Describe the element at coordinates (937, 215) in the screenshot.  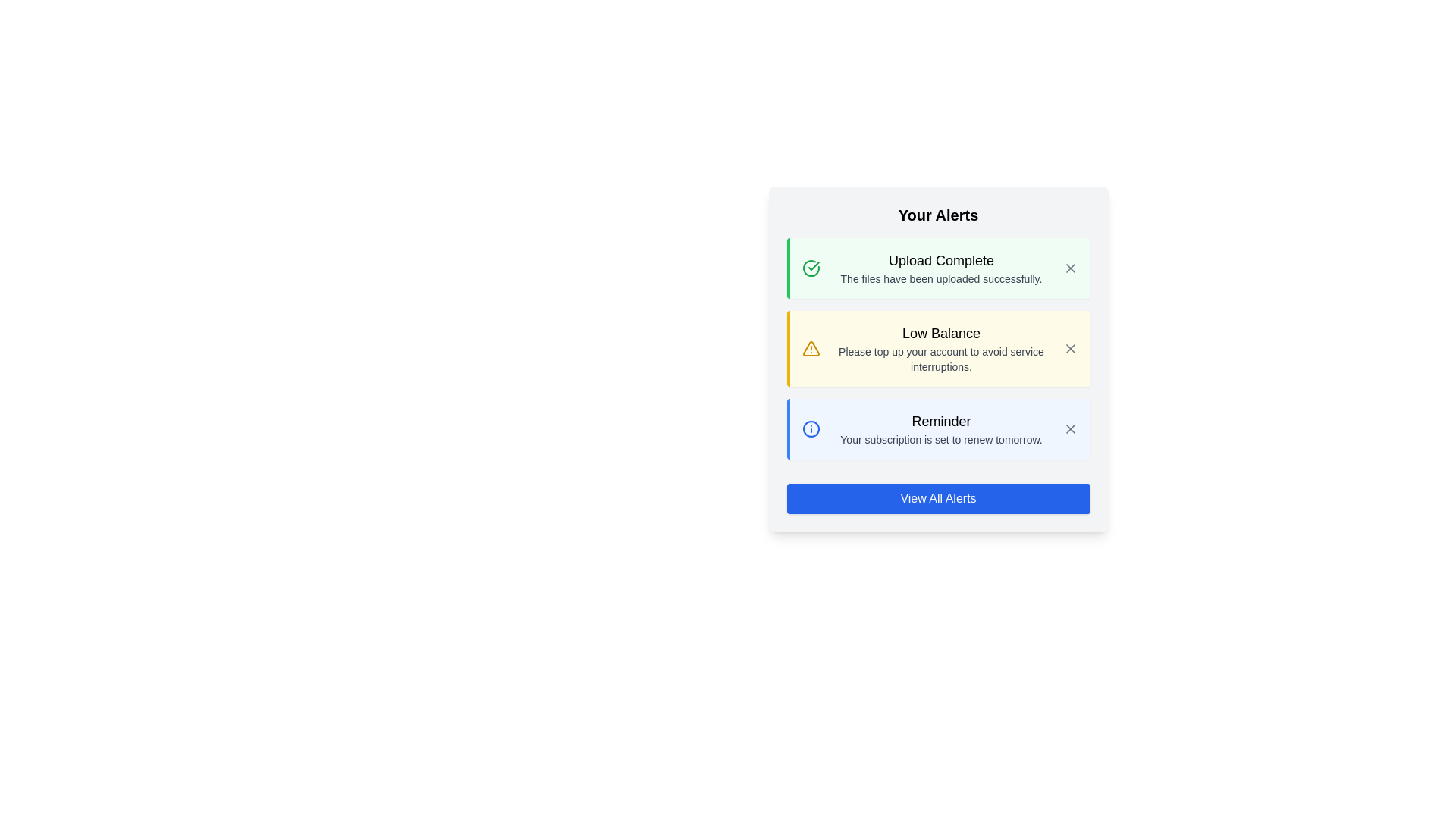
I see `the bold, large-font static text heading displaying 'Your Alerts' at the top of the notification card` at that location.